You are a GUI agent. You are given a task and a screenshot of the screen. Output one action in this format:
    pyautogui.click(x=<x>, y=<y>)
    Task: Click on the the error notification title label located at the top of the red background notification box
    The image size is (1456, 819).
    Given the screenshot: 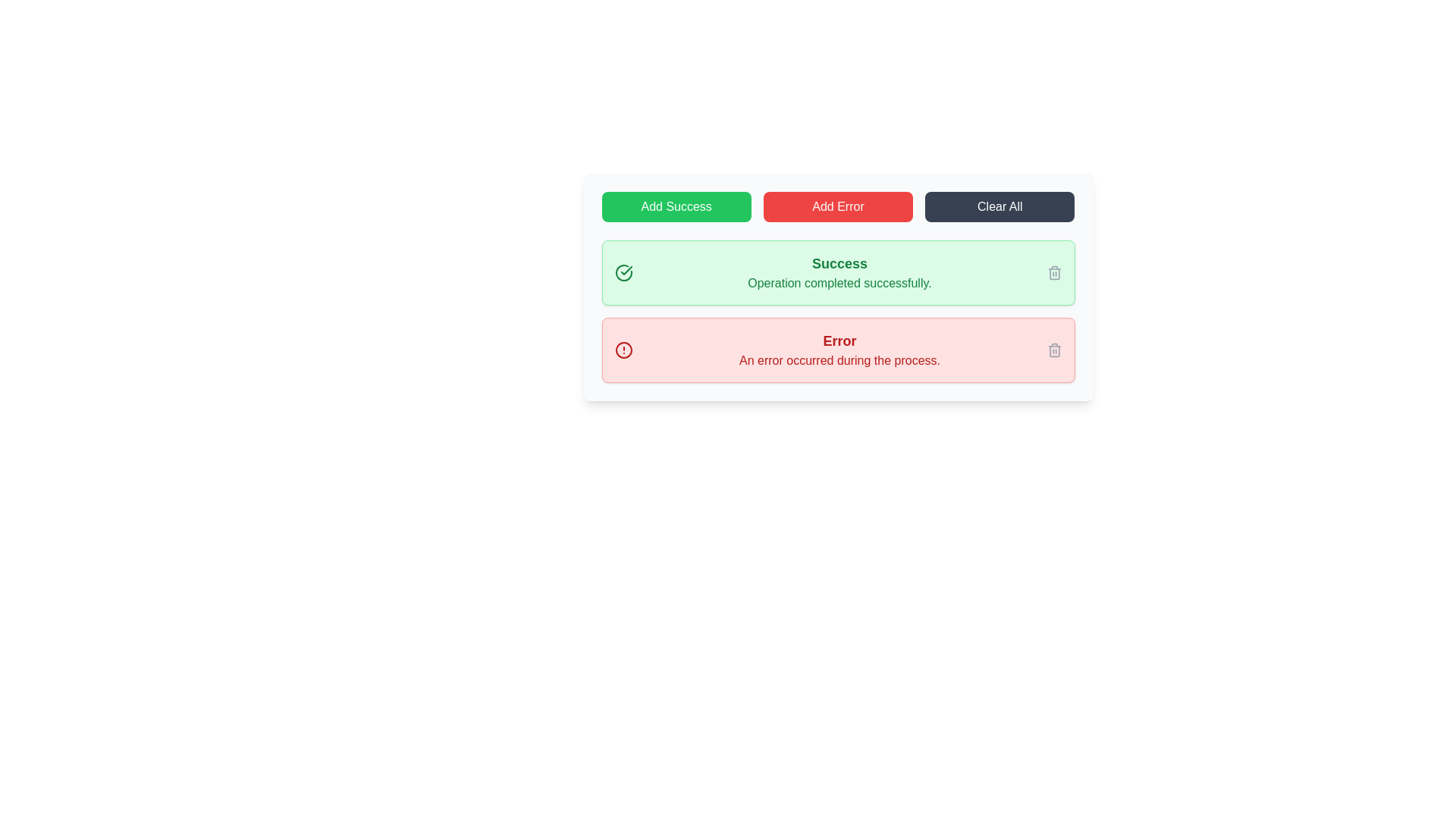 What is the action you would take?
    pyautogui.click(x=839, y=341)
    